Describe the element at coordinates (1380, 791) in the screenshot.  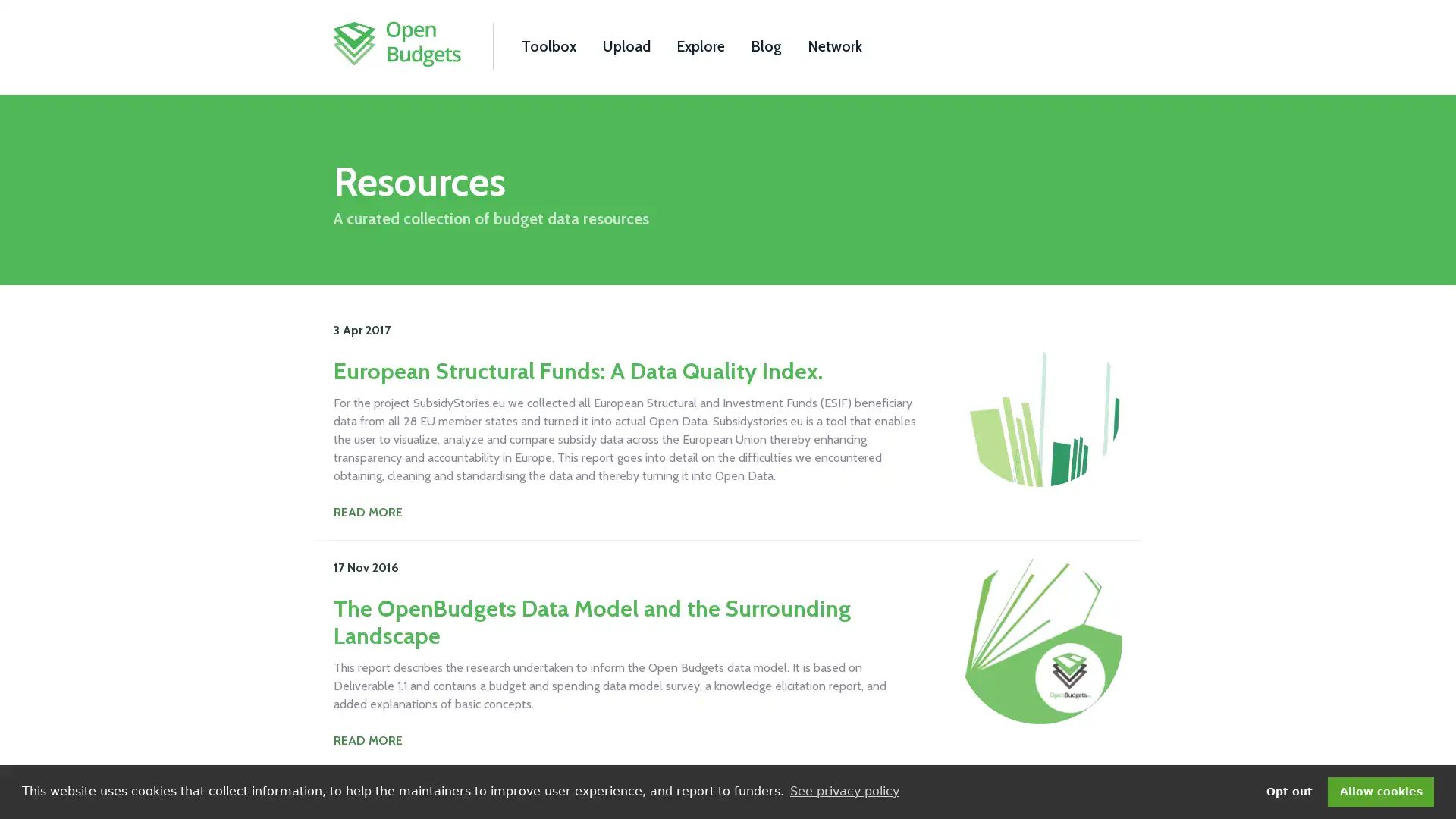
I see `dismiss cookie message` at that location.